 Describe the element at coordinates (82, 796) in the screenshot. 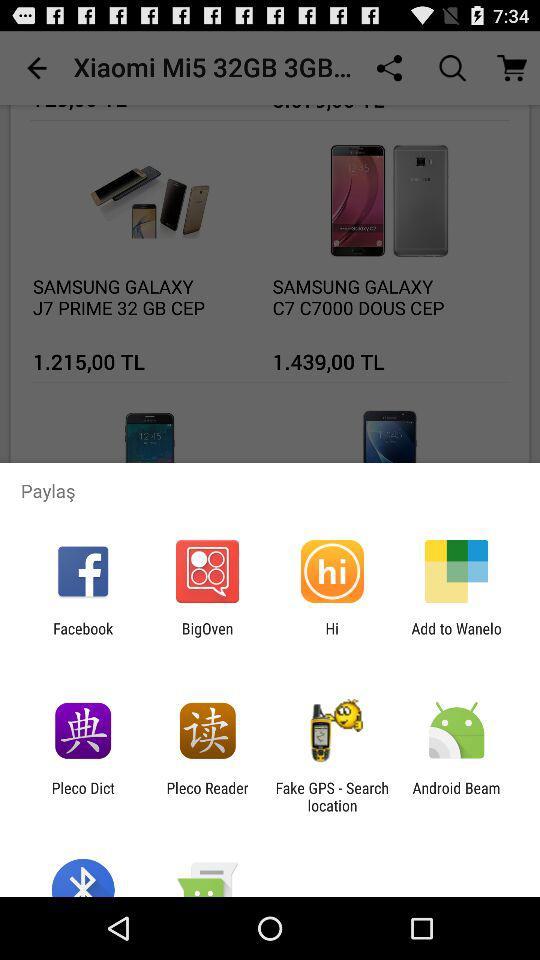

I see `icon next to pleco reader icon` at that location.